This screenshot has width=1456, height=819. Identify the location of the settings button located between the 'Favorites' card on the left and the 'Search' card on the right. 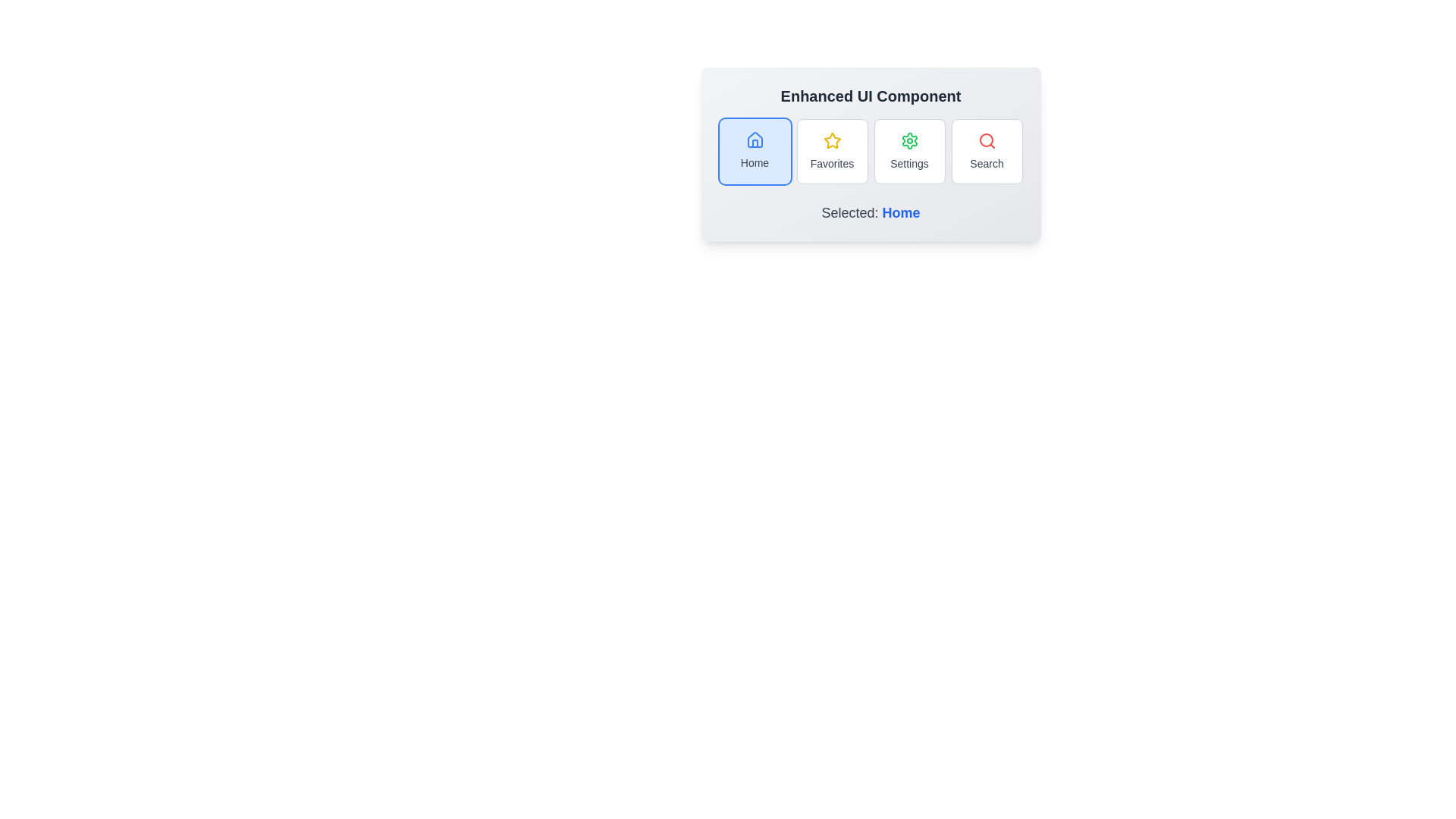
(909, 152).